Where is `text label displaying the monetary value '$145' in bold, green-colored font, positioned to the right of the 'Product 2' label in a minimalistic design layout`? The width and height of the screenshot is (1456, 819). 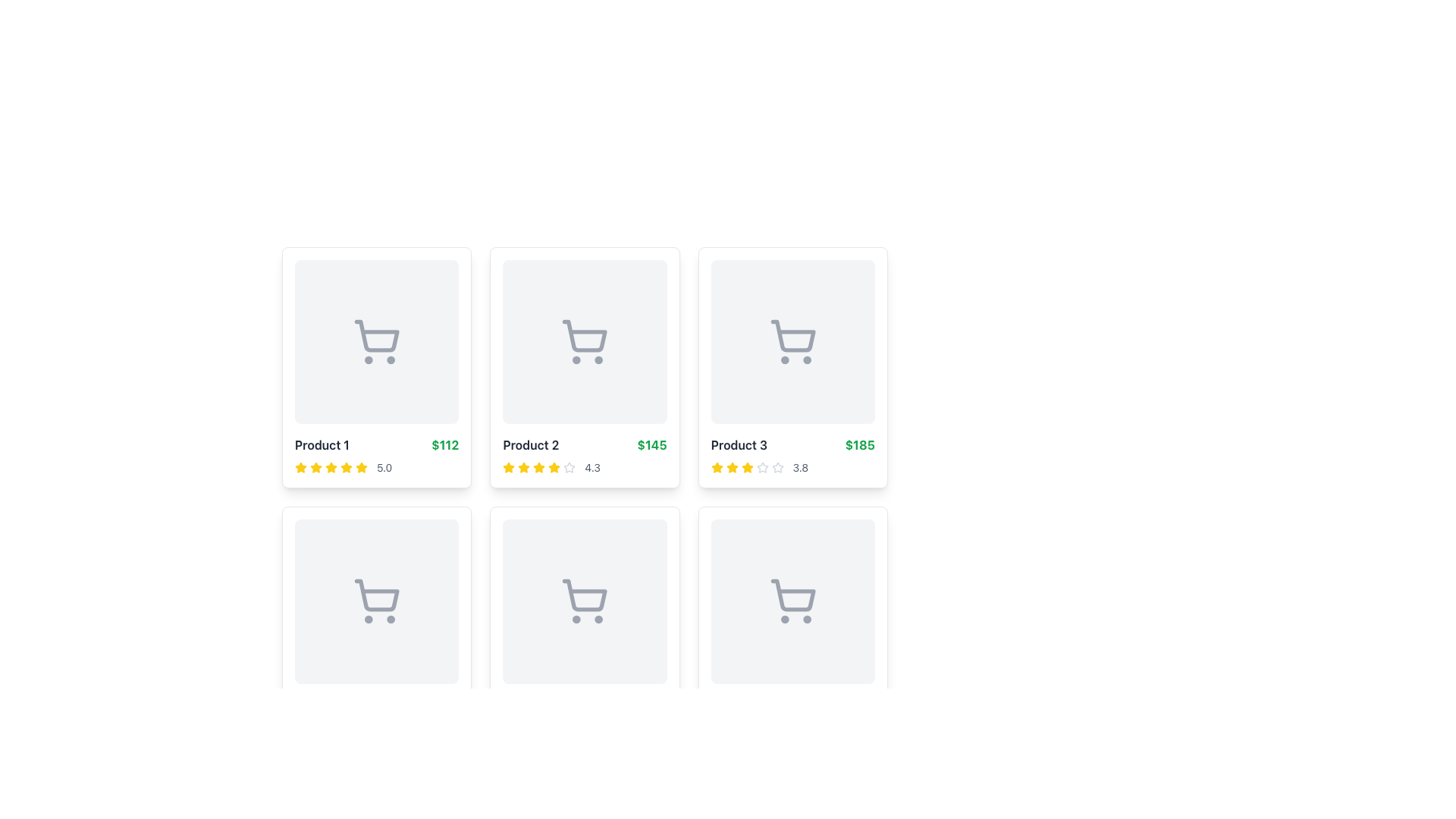
text label displaying the monetary value '$145' in bold, green-colored font, positioned to the right of the 'Product 2' label in a minimalistic design layout is located at coordinates (651, 444).